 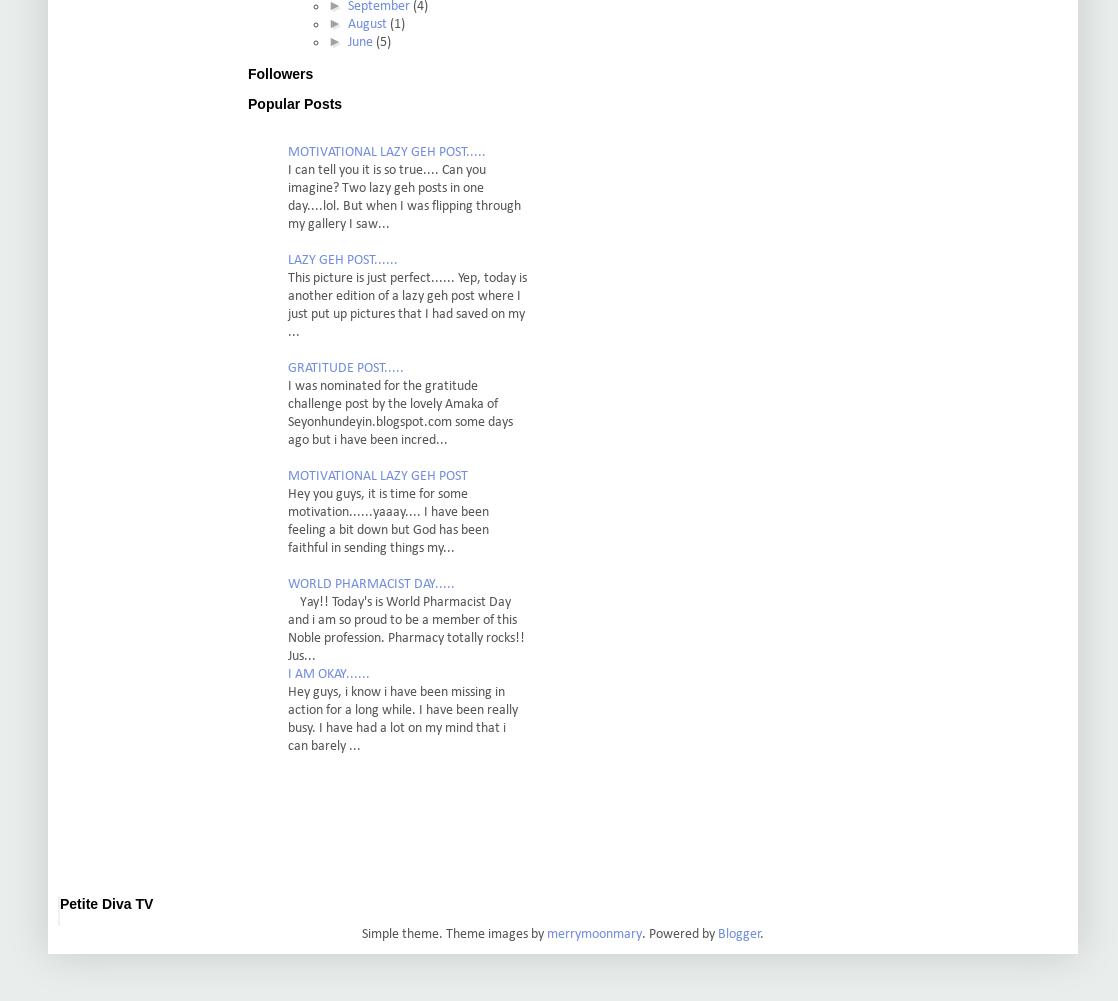 What do you see at coordinates (717, 933) in the screenshot?
I see `'Blogger'` at bounding box center [717, 933].